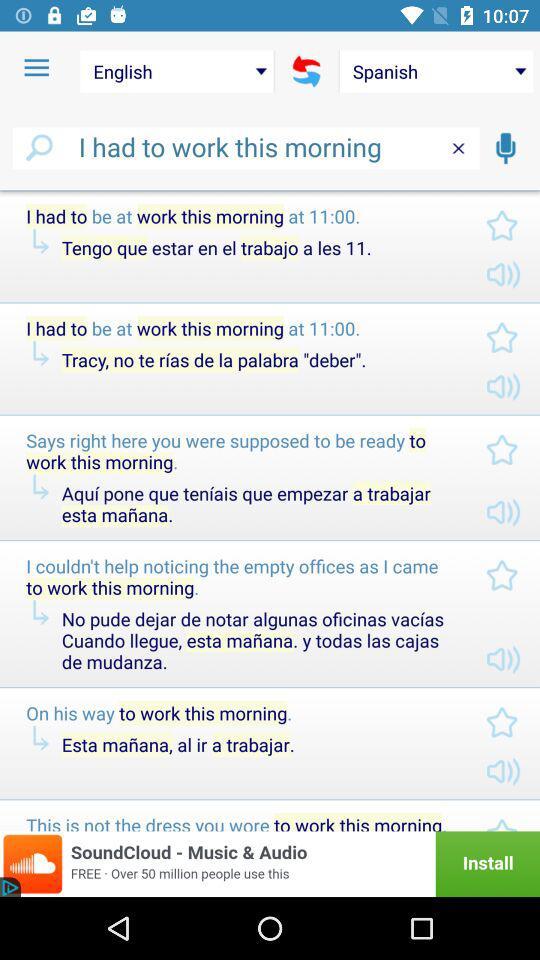 The height and width of the screenshot is (960, 540). I want to click on the icon to the right of the english, so click(306, 71).